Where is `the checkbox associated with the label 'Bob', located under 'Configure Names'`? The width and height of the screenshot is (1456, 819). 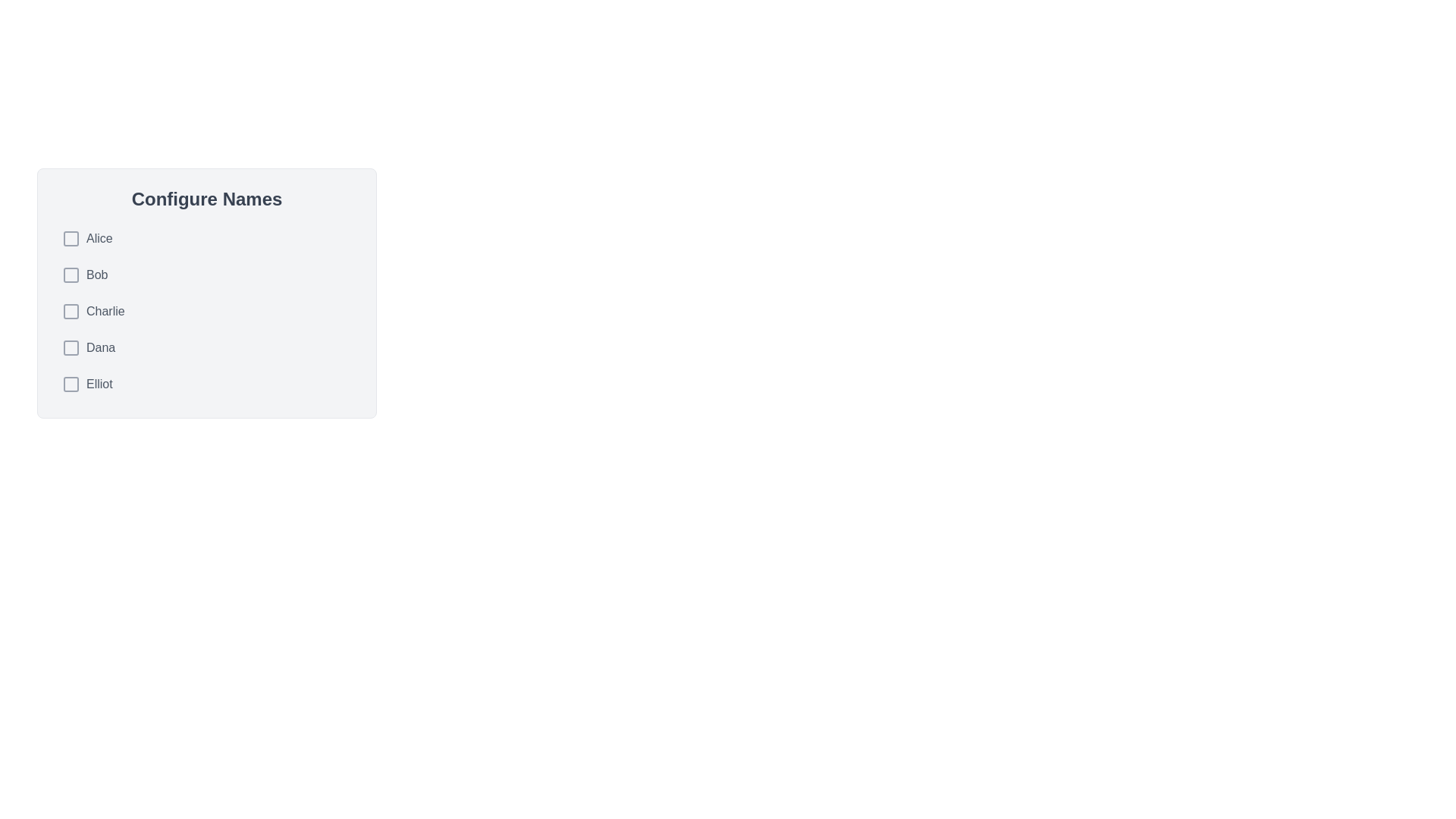 the checkbox associated with the label 'Bob', located under 'Configure Names' is located at coordinates (71, 275).